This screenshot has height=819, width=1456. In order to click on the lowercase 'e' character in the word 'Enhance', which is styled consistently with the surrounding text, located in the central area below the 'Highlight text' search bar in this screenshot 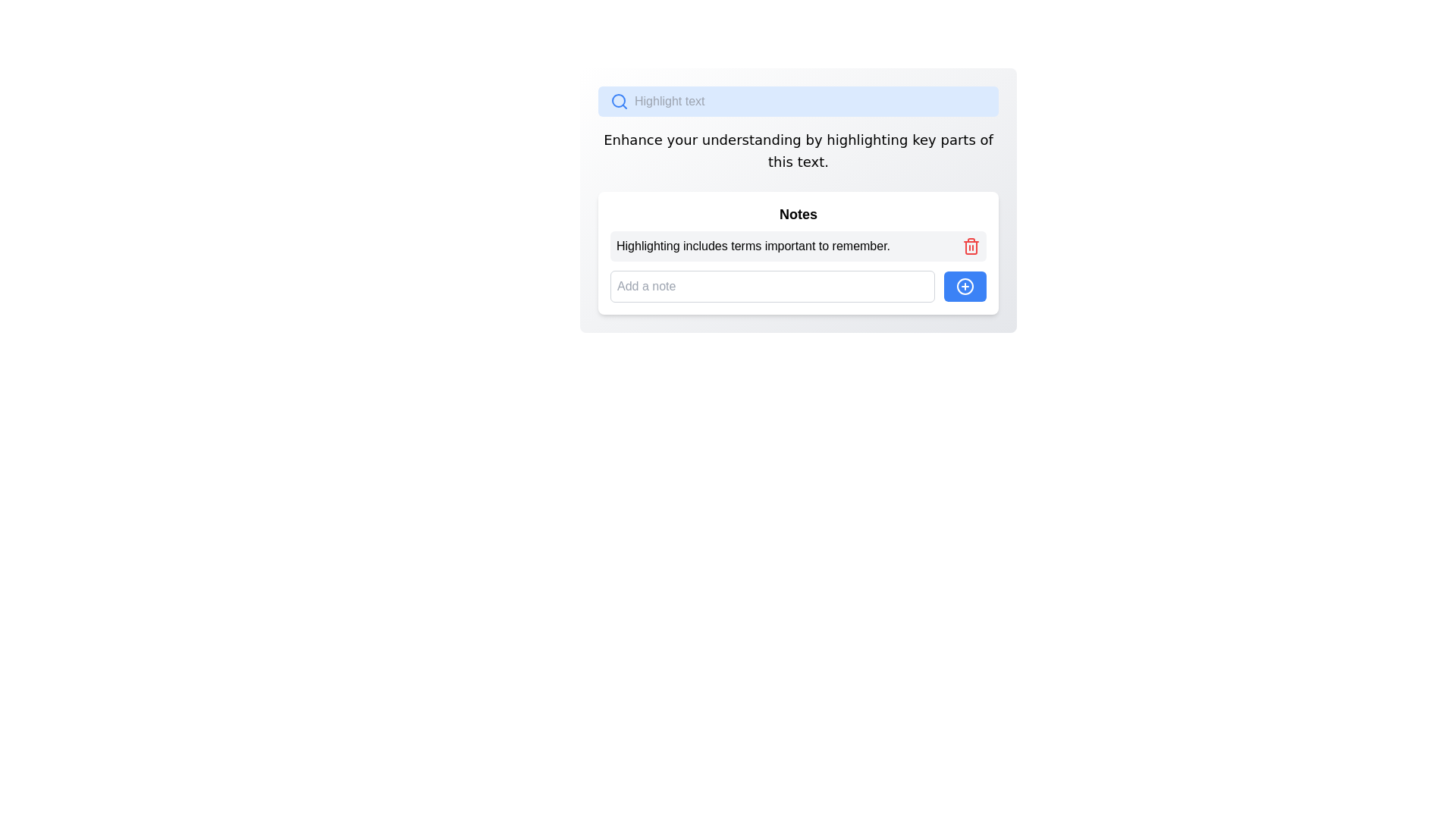, I will do `click(658, 140)`.